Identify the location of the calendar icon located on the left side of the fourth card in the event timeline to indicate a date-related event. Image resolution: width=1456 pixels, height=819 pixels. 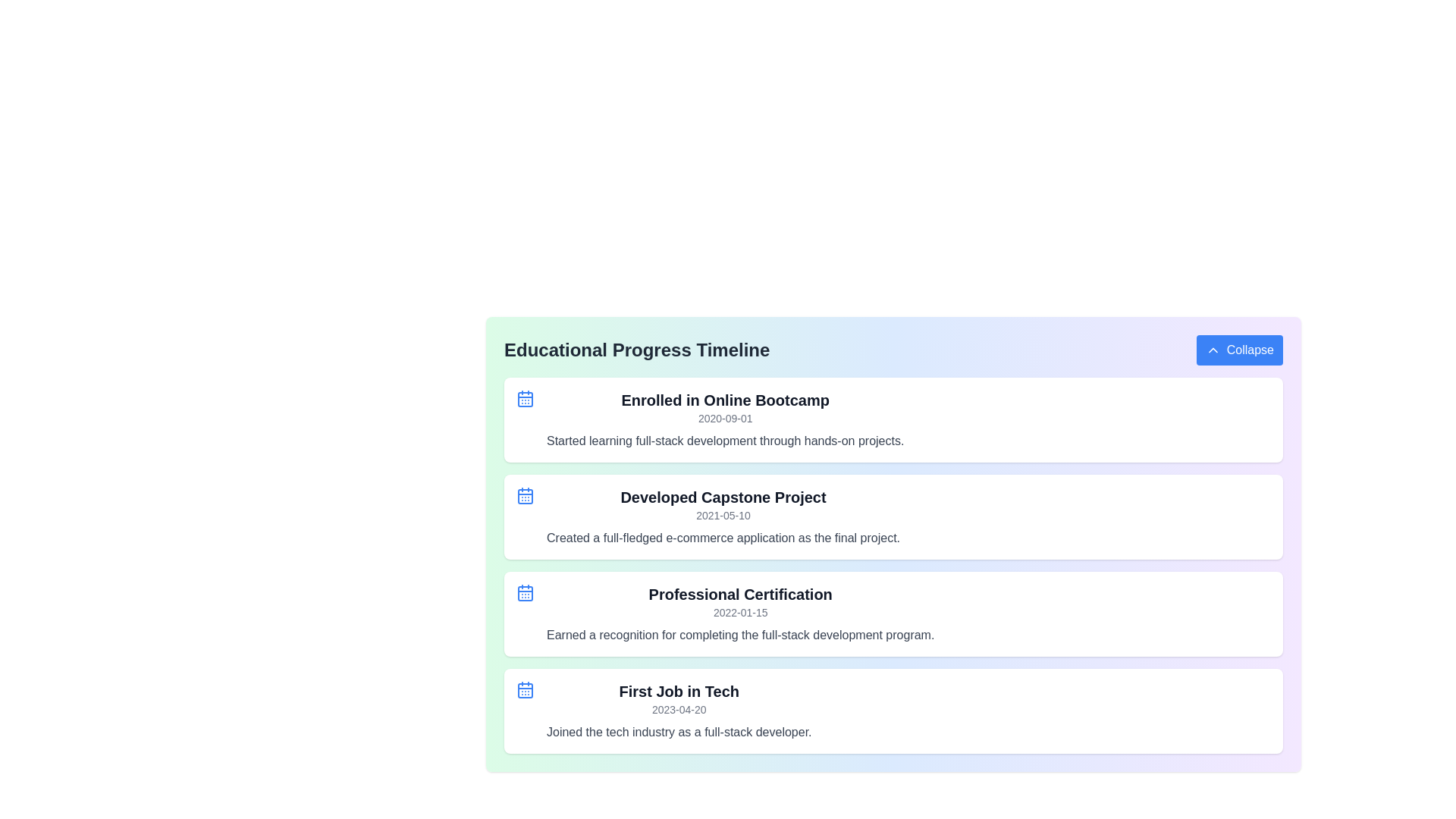
(525, 690).